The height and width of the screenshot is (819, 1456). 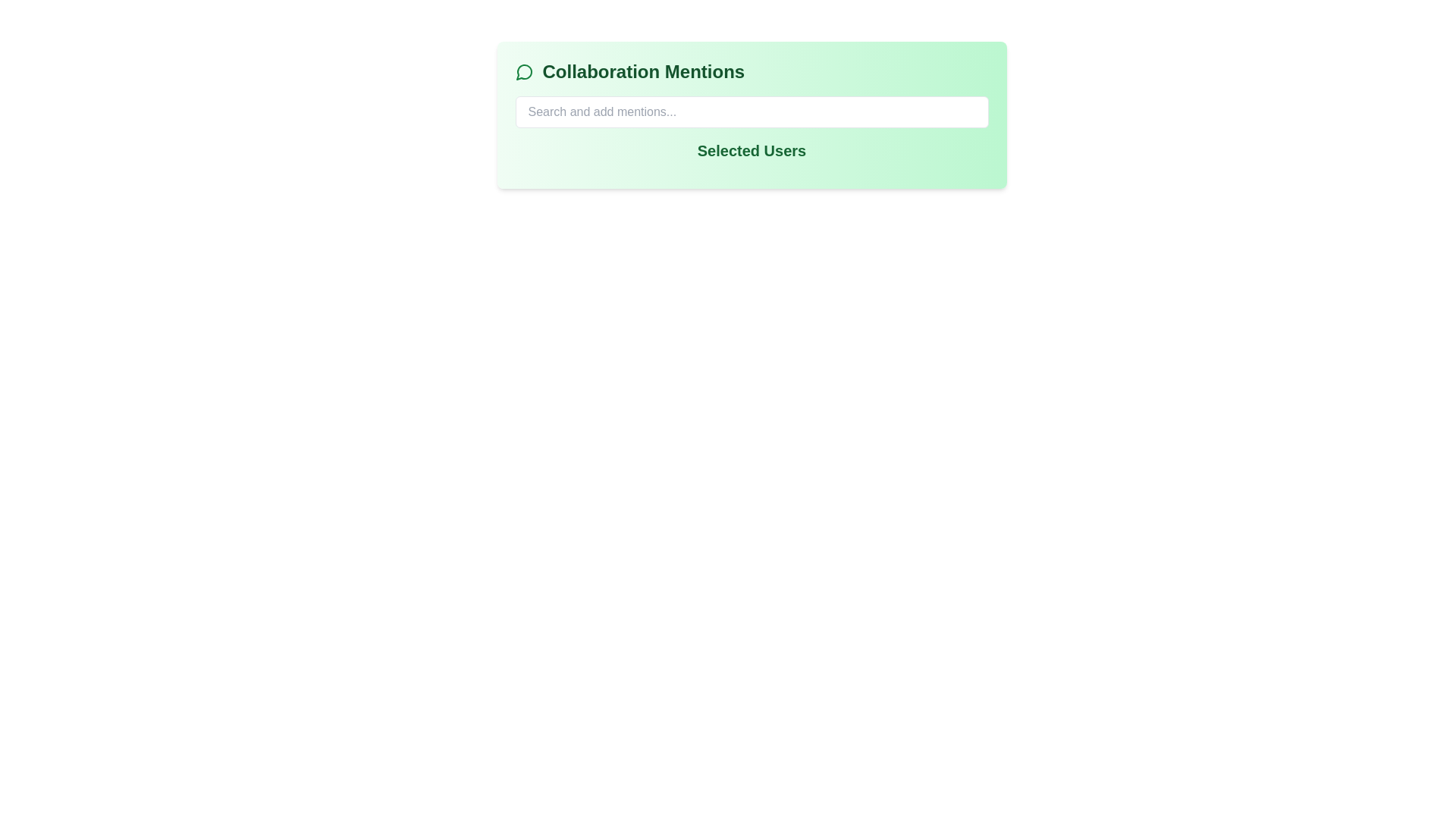 What do you see at coordinates (643, 72) in the screenshot?
I see `the title or header text element located to the right of a message bubble icon in the upper left section of the panel with a light green background` at bounding box center [643, 72].